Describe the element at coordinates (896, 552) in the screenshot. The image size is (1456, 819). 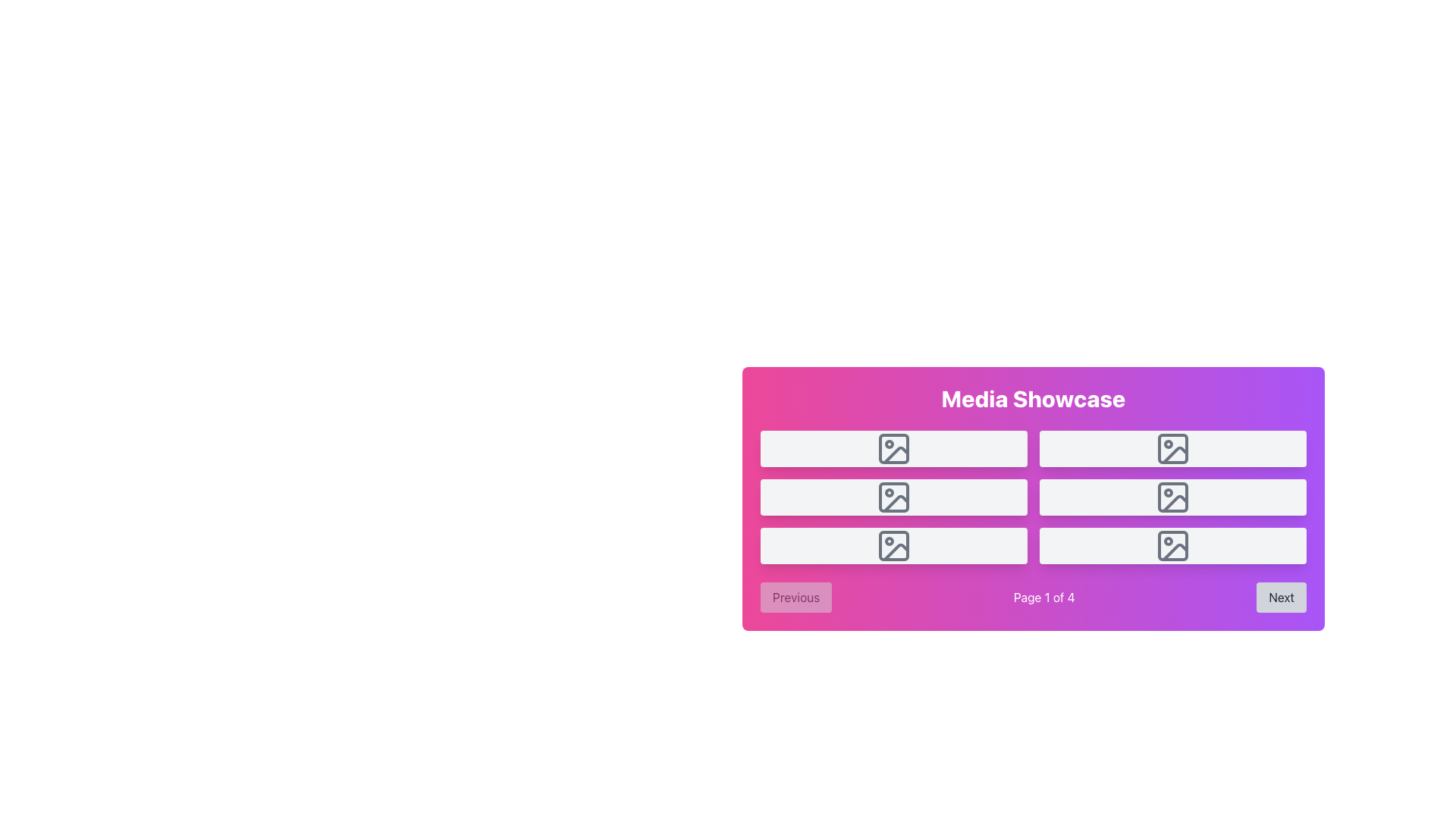
I see `the stylized image icon representing a mountain shape located in the left column of the last row in the Media Showcase section` at that location.